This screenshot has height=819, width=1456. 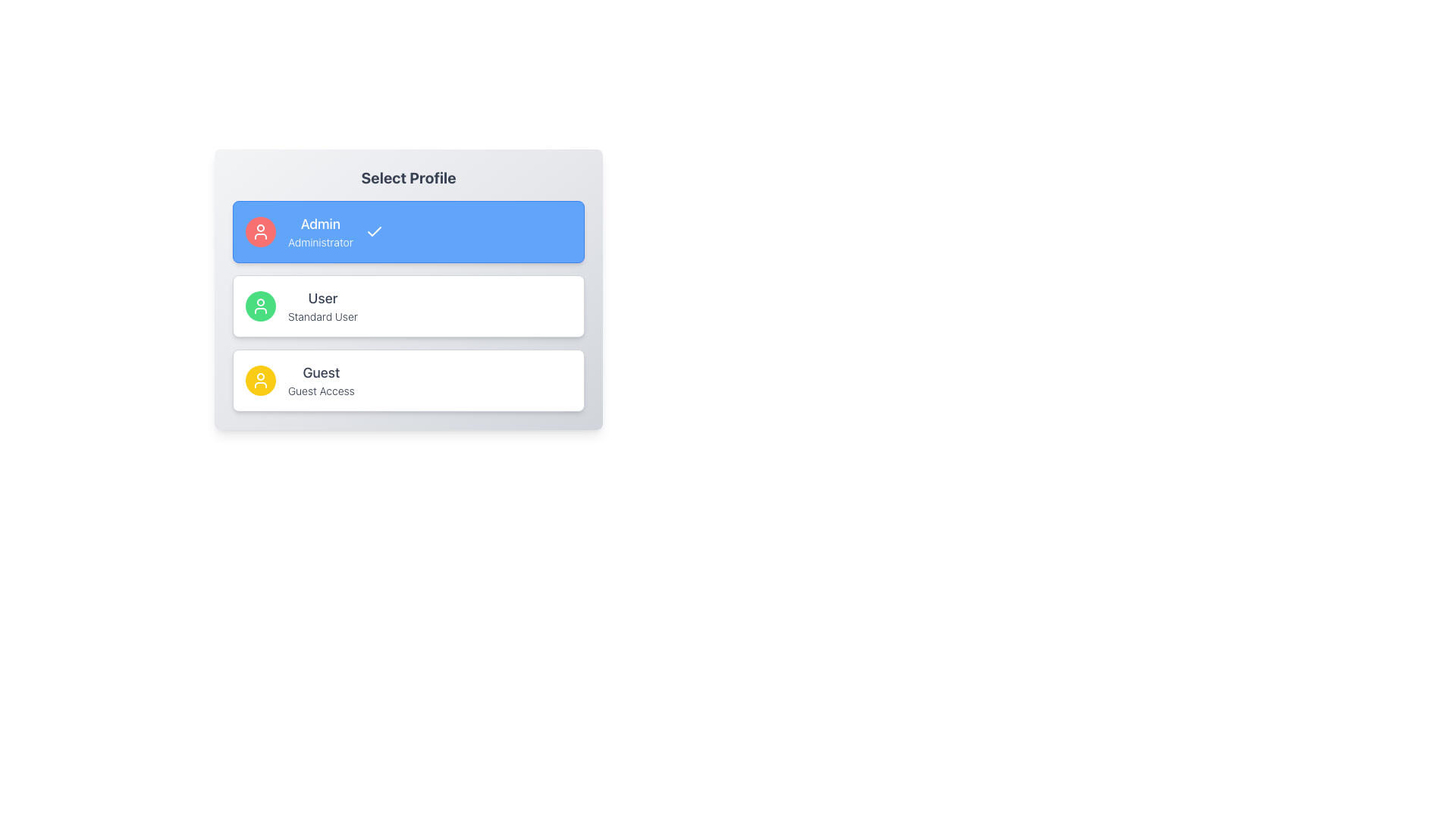 I want to click on the circular icon with a green background and white outline of a user figure, which is located in the second selectable profile card titled 'User', so click(x=261, y=306).